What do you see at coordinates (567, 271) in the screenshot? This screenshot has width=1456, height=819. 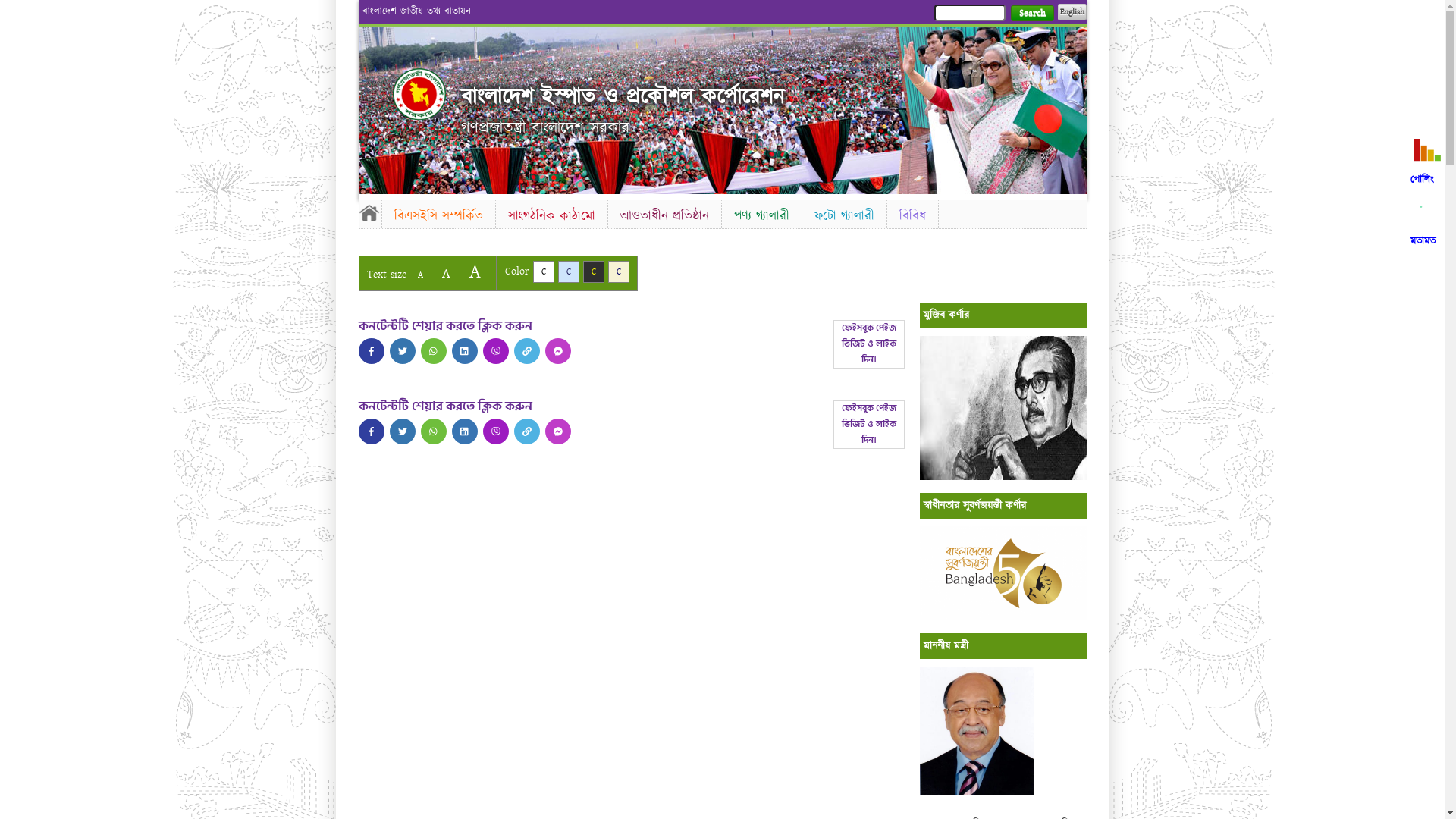 I see `'C'` at bounding box center [567, 271].